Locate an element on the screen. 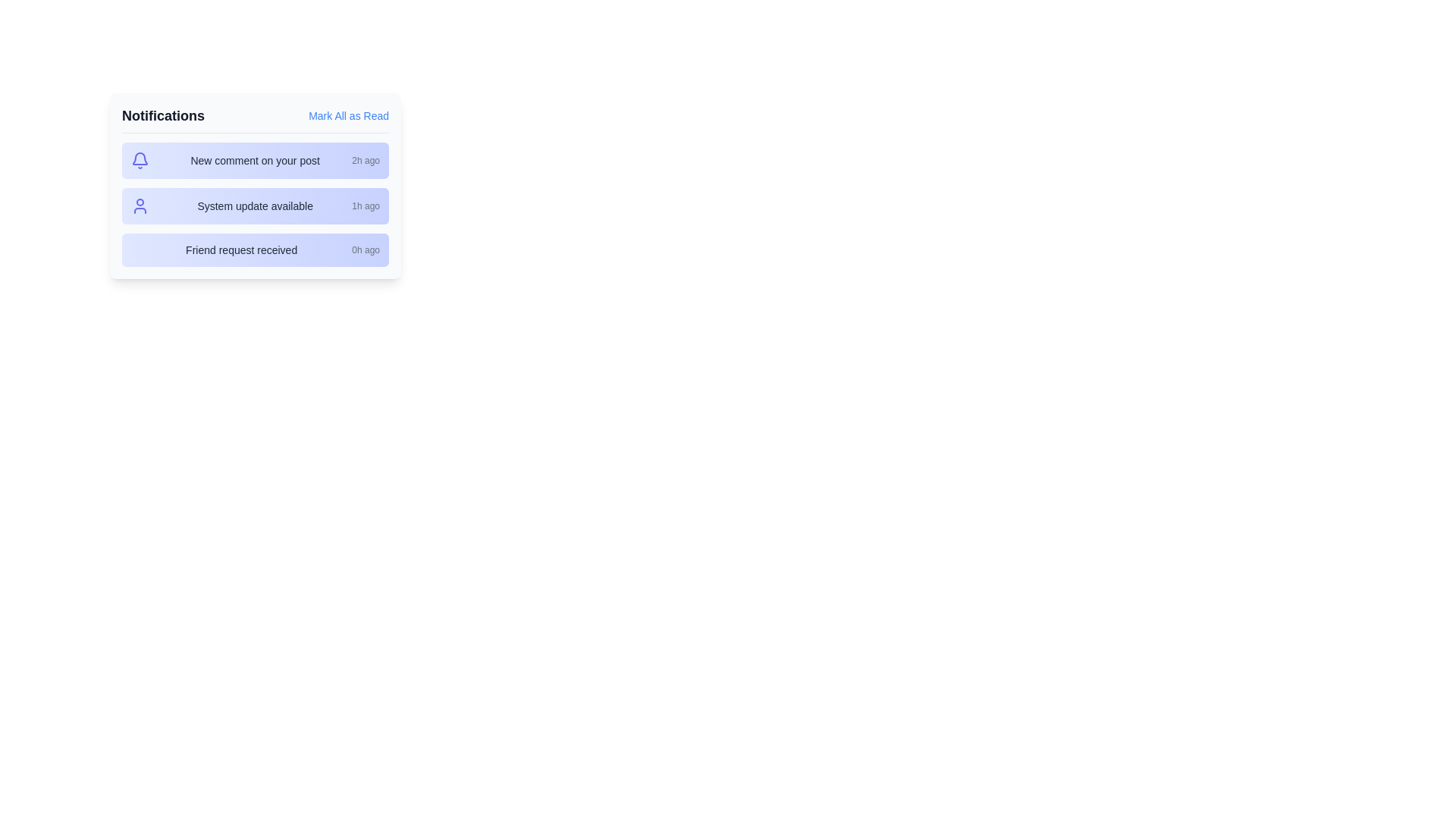 Image resolution: width=1456 pixels, height=819 pixels. the Text Label that indicates a new comment notification, located in the first notification card under the 'Notifications' header, positioned between the indigo bell icon and the time indicator '2h ago' is located at coordinates (255, 161).